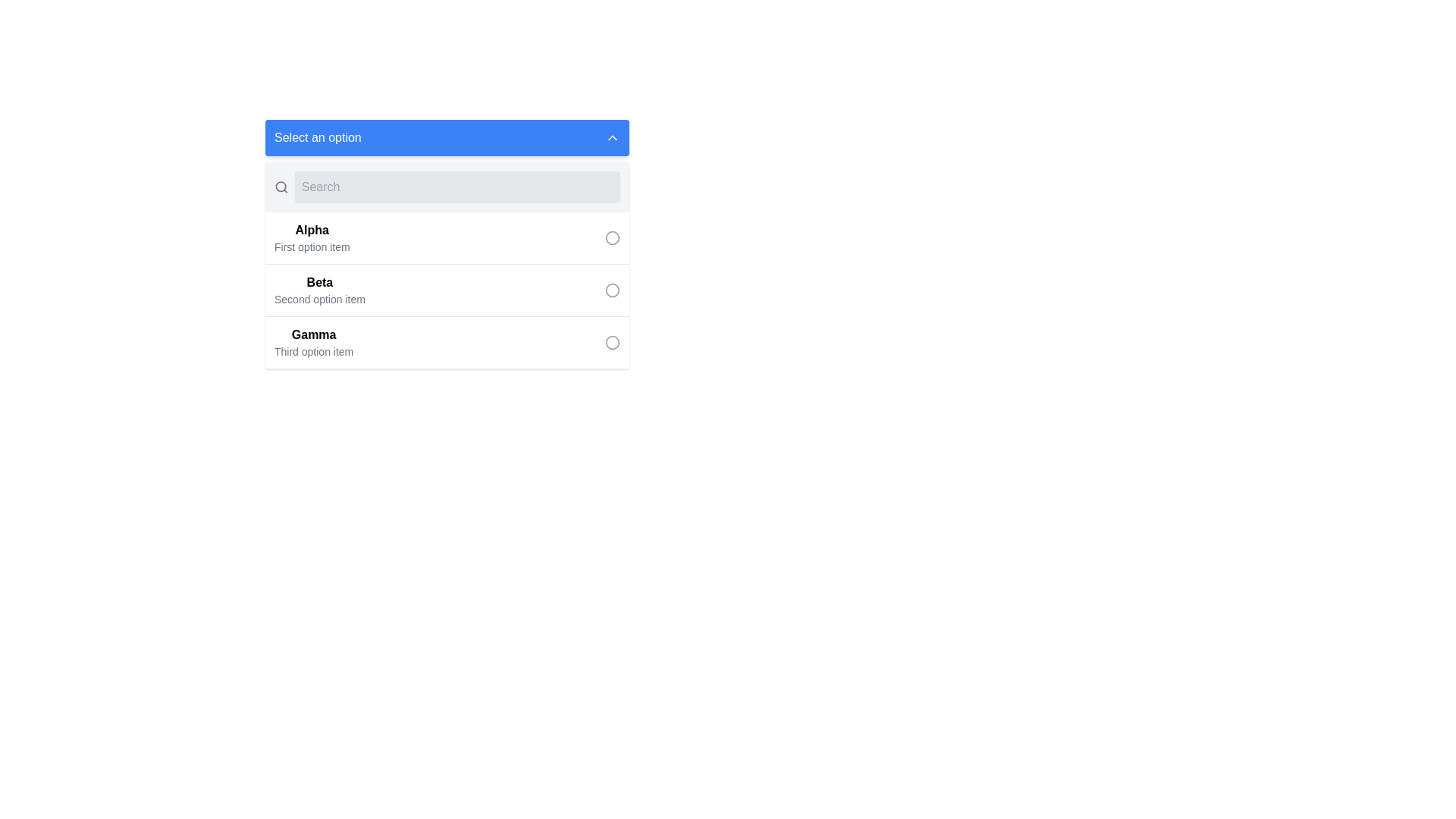  What do you see at coordinates (612, 237) in the screenshot?
I see `the gray outlined radio button located to the right of the 'Alpha' option in the dropdown list to trigger a tooltip or visual effect` at bounding box center [612, 237].